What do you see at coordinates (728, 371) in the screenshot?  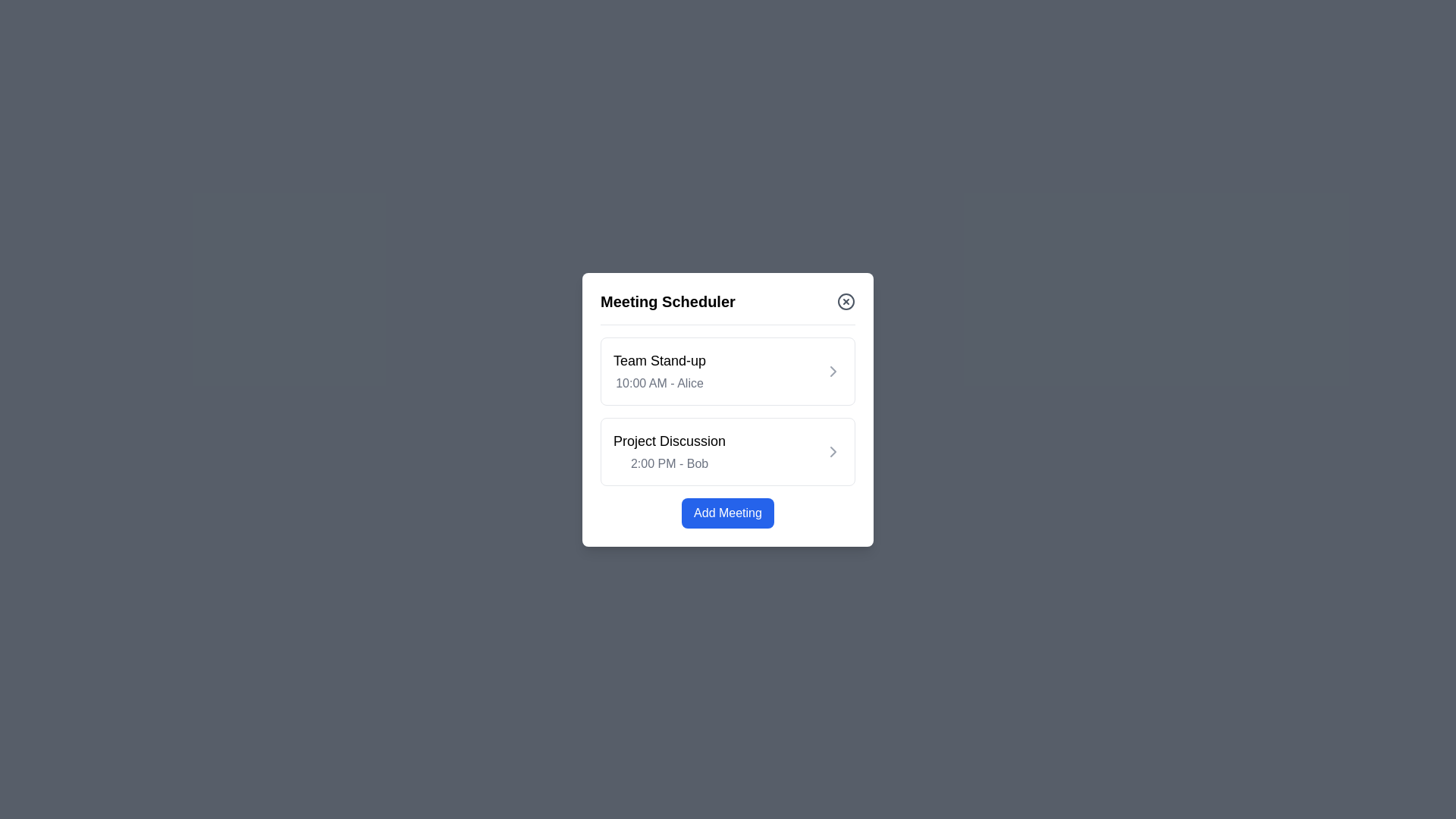 I see `the first list item in the Meeting Scheduler titled 'Team Stand-up'` at bounding box center [728, 371].